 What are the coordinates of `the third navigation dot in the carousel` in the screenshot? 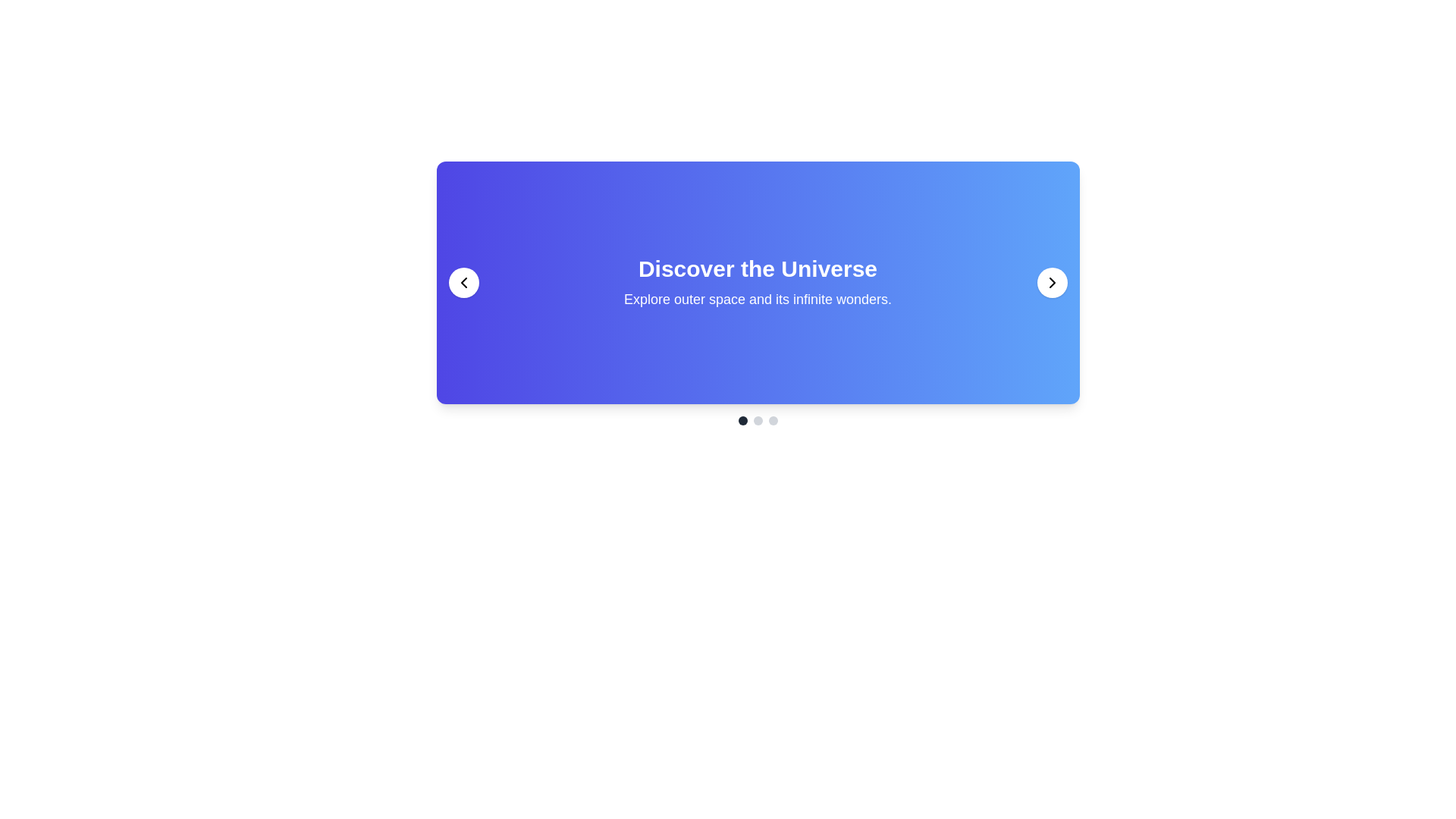 It's located at (773, 421).